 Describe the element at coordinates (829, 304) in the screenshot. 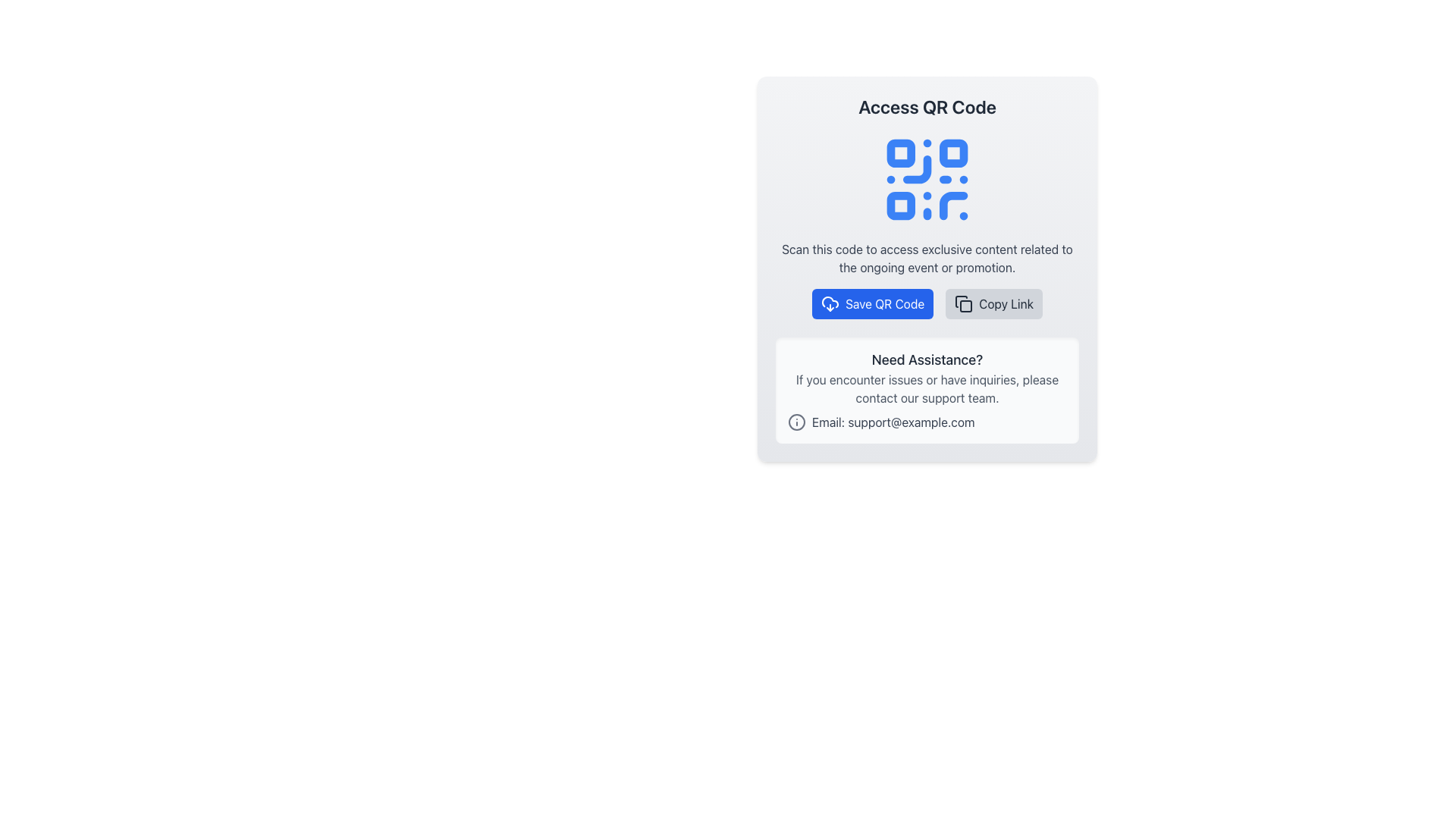

I see `the downward arrow cloud icon located to the left of the text in the blue 'Save QR Code' button, indicating a download action` at that location.